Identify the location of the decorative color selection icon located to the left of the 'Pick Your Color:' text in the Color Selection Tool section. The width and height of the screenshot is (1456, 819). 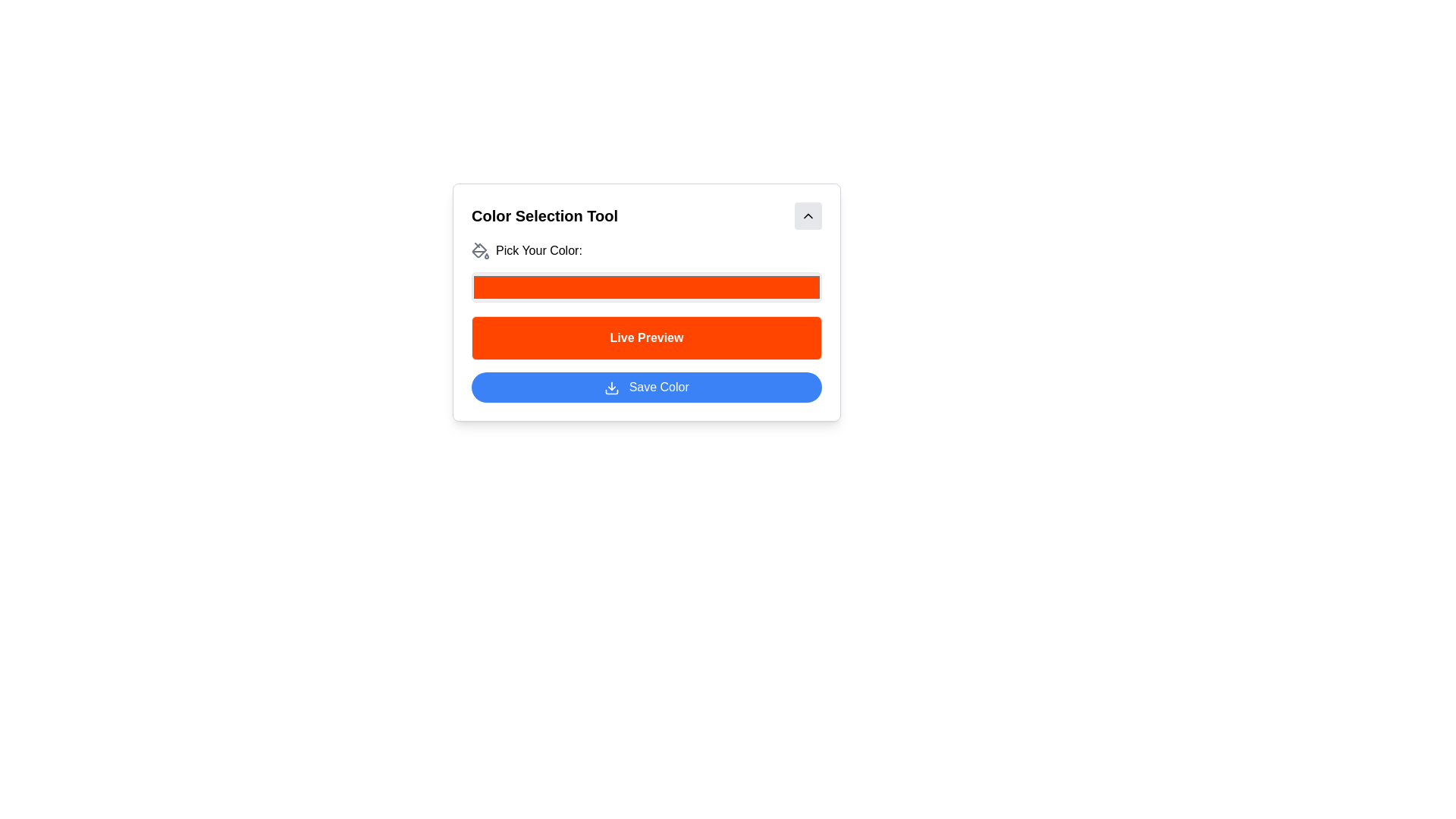
(479, 250).